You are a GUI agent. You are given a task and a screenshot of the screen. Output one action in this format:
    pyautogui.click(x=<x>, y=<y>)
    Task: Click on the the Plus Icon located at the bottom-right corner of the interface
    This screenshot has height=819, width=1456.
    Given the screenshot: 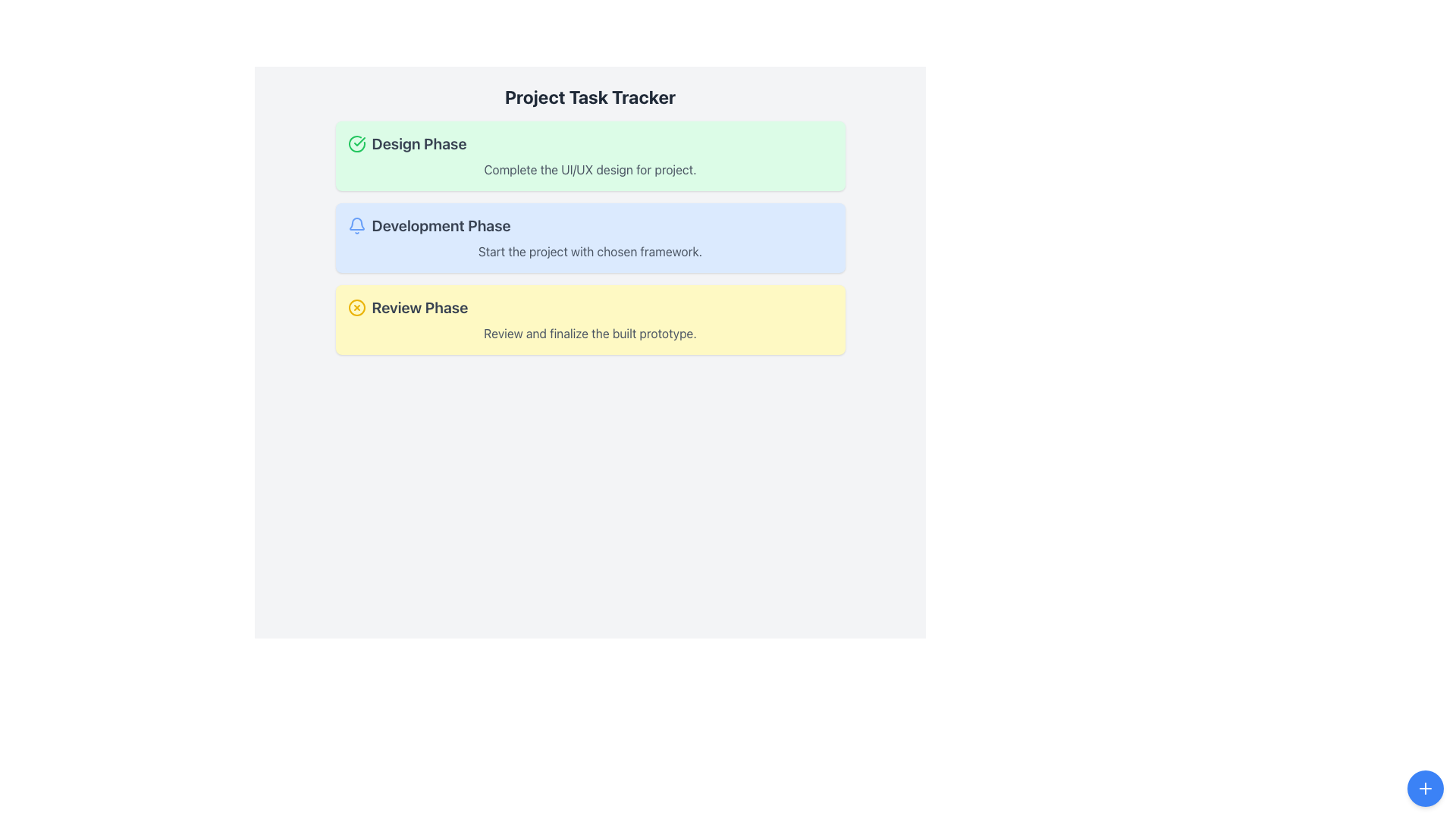 What is the action you would take?
    pyautogui.click(x=1425, y=788)
    